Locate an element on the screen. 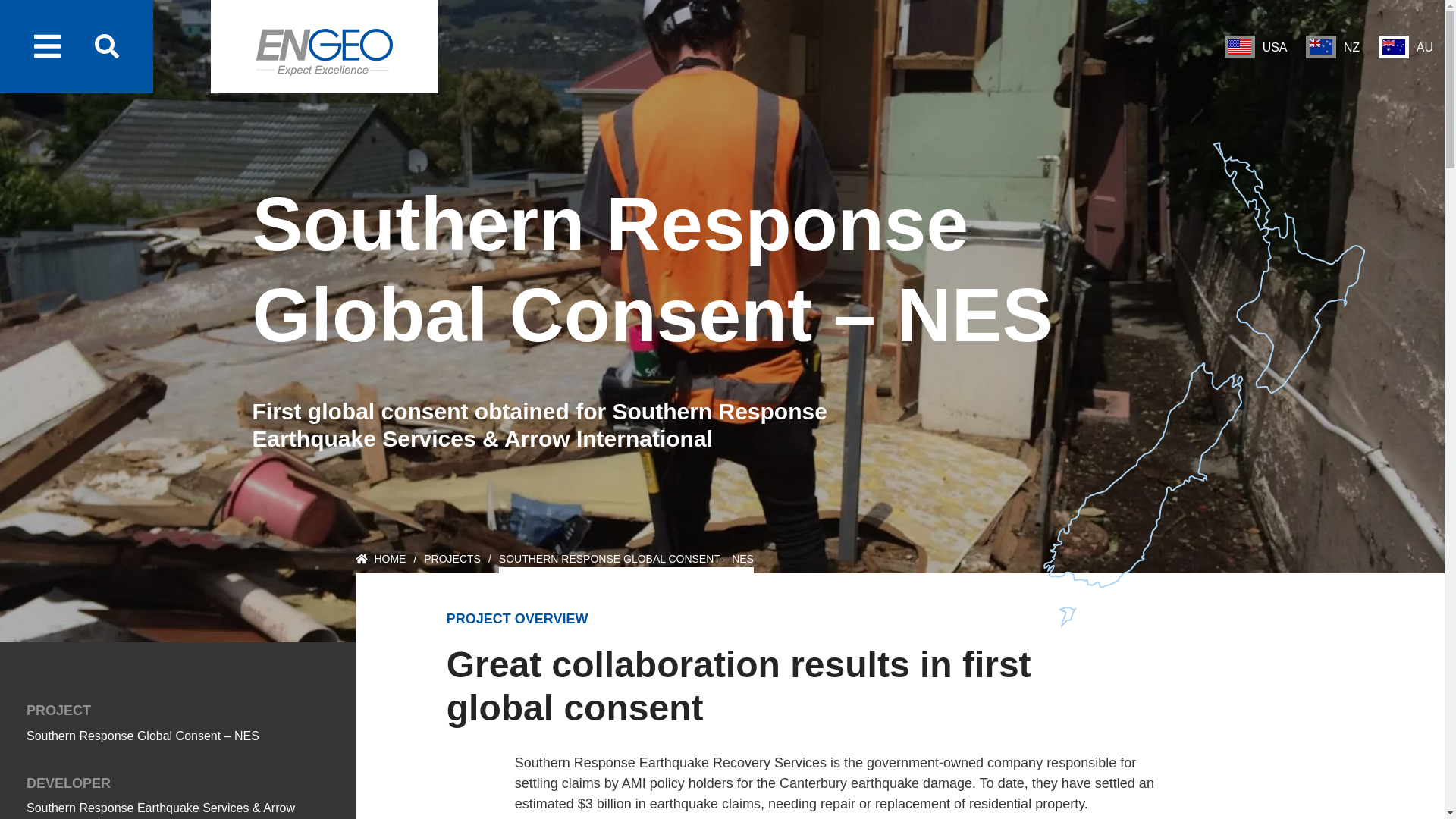  'AU' is located at coordinates (1404, 45).